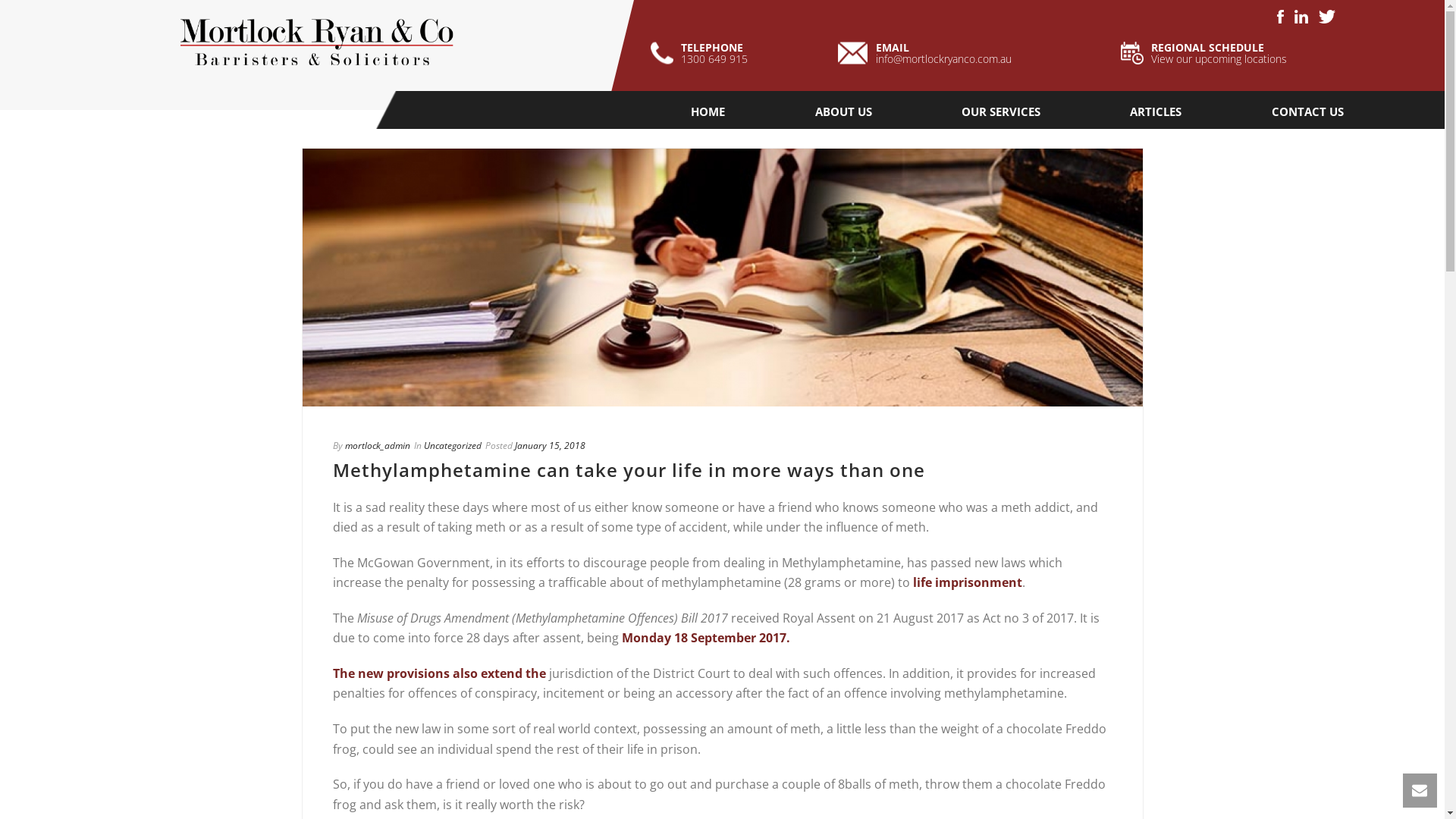 Image resolution: width=1456 pixels, height=819 pixels. Describe the element at coordinates (1279, 17) in the screenshot. I see `'facebook'` at that location.